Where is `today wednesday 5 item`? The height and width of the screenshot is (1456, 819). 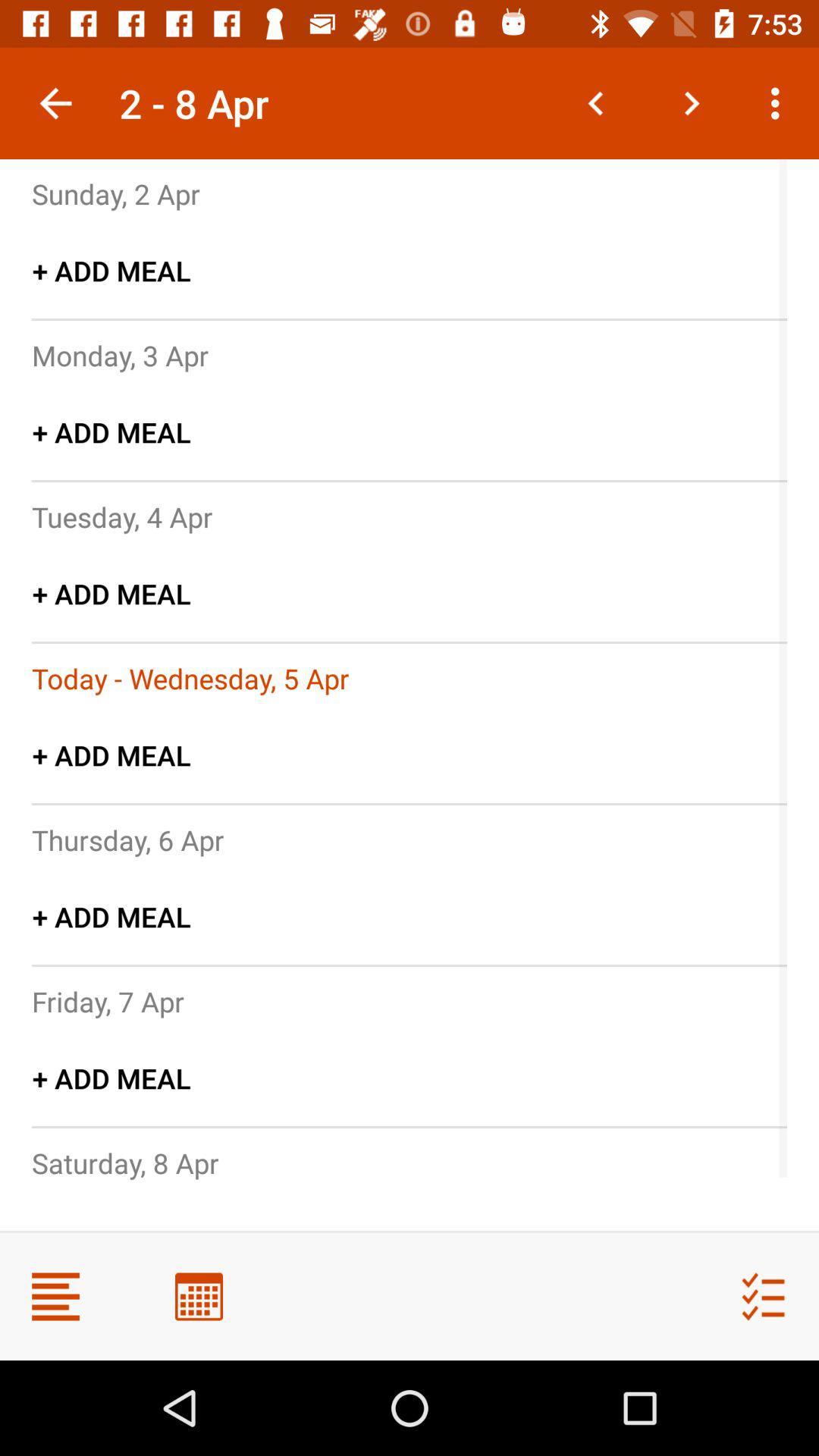 today wednesday 5 item is located at coordinates (190, 677).